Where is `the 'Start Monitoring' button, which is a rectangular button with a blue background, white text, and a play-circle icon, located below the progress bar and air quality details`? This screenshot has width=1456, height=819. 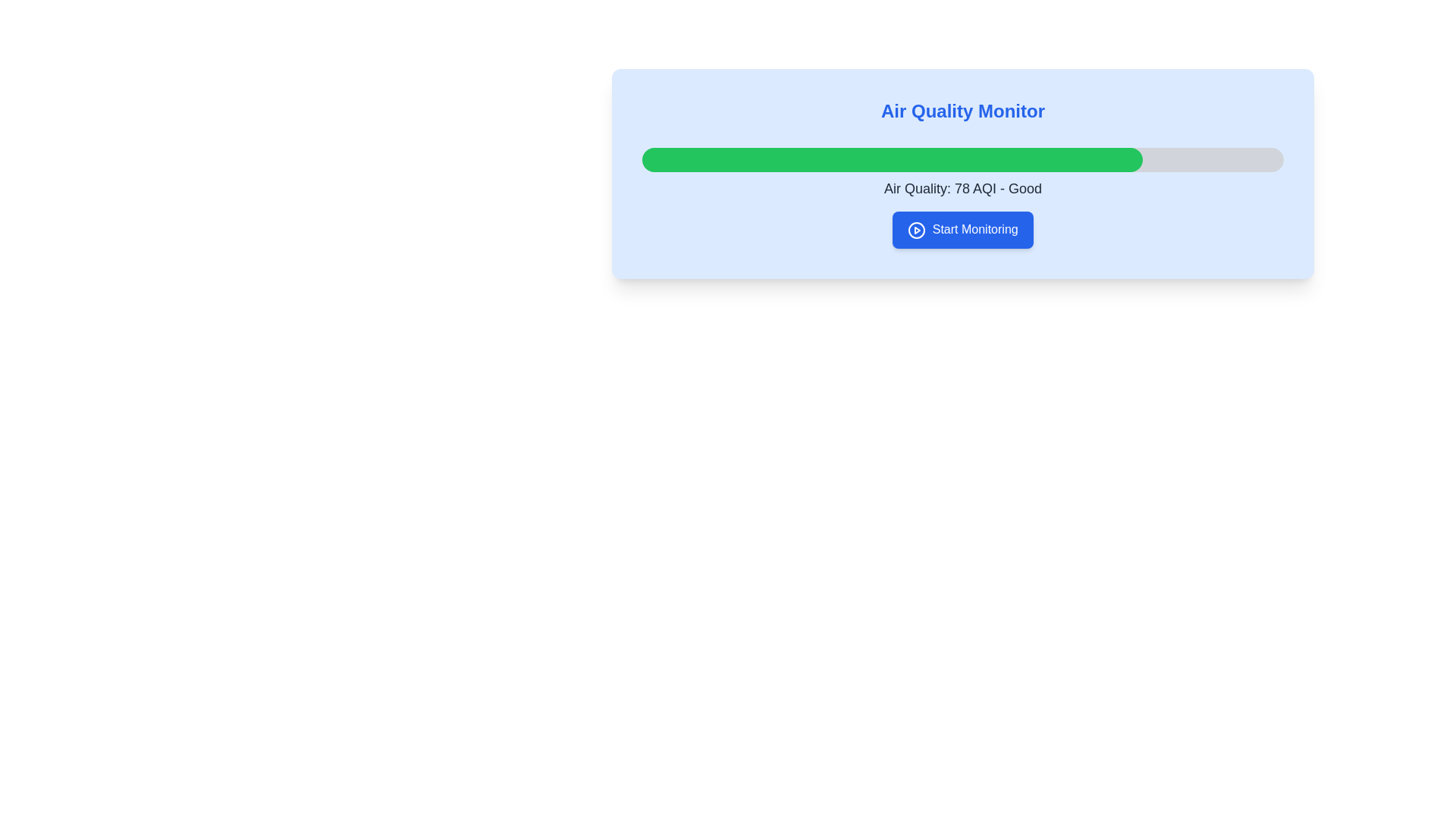
the 'Start Monitoring' button, which is a rectangular button with a blue background, white text, and a play-circle icon, located below the progress bar and air quality details is located at coordinates (962, 230).